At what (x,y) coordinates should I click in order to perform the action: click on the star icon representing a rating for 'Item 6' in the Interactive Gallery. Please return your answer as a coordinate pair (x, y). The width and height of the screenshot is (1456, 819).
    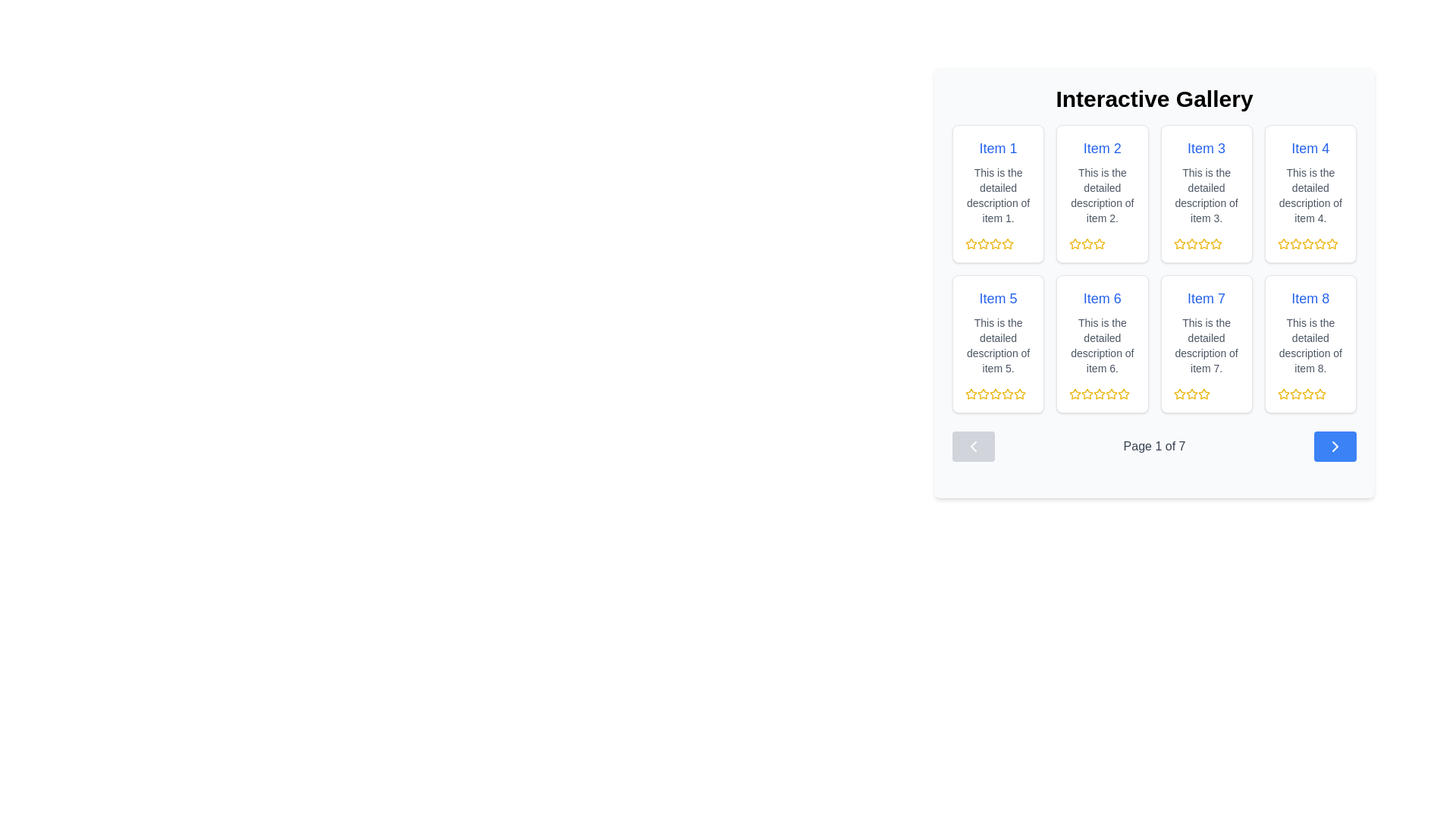
    Looking at the image, I should click on (1087, 393).